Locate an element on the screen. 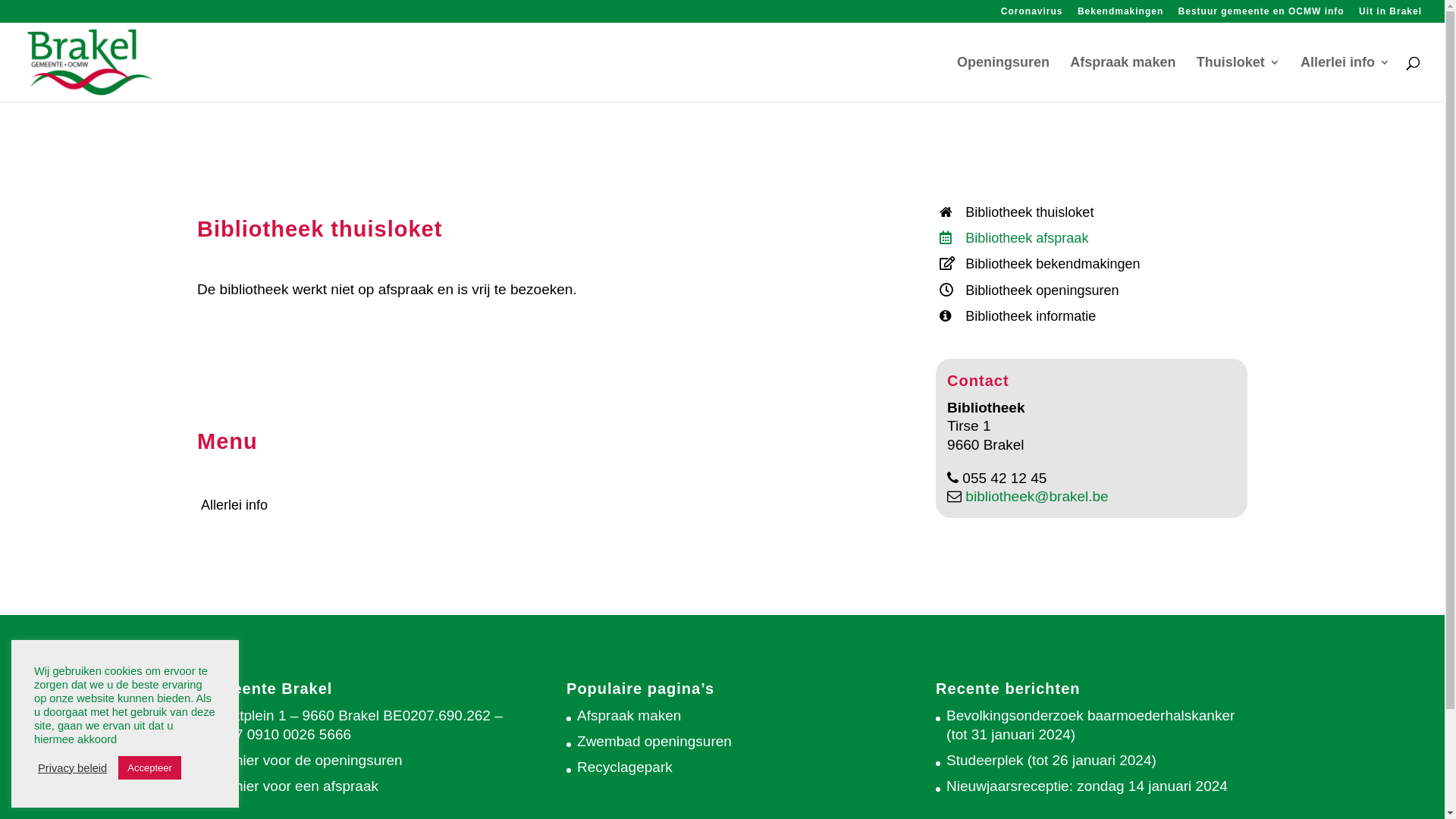 The image size is (1456, 819). 'Coronavirus' is located at coordinates (1031, 14).